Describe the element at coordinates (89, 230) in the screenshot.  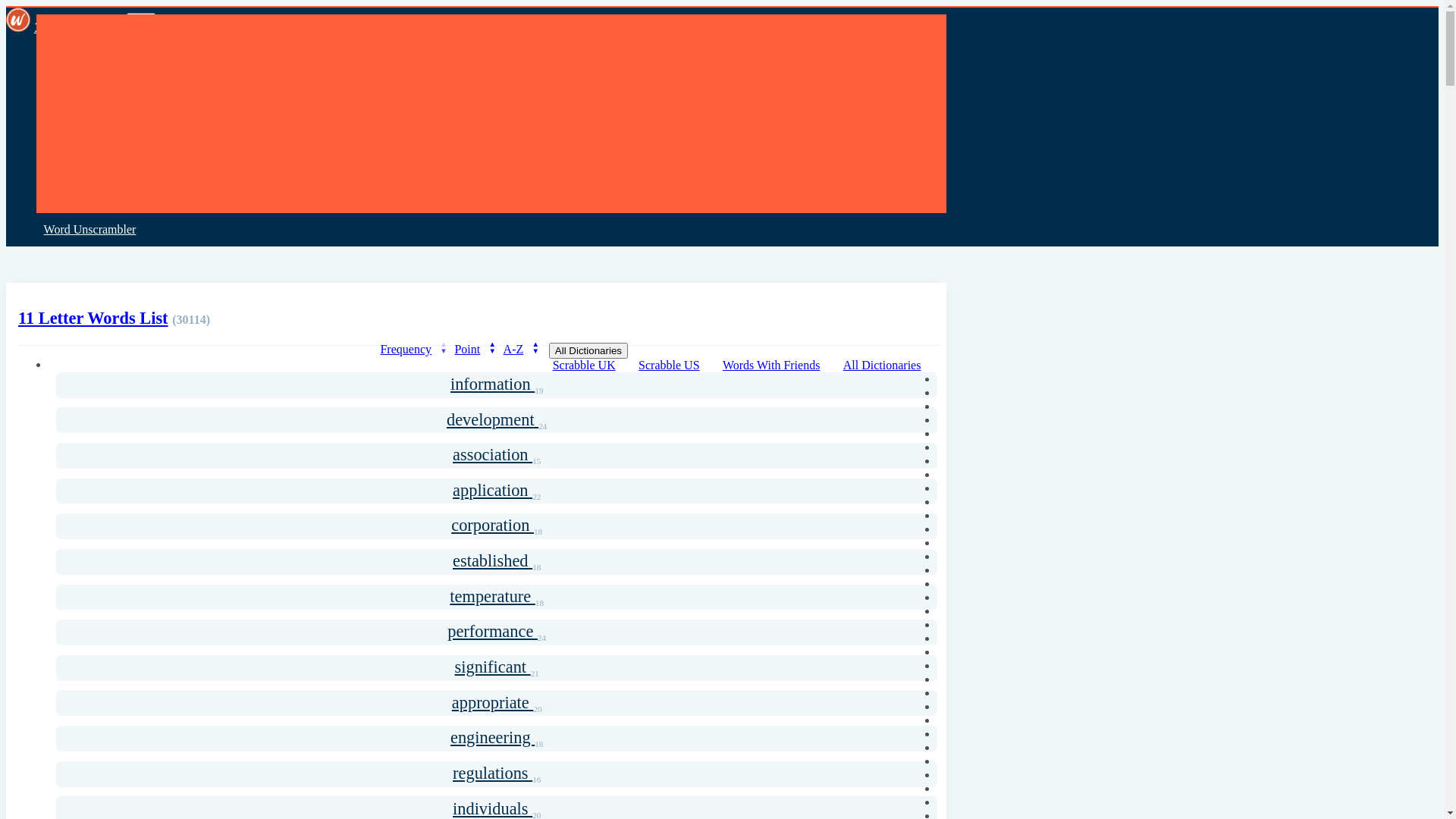
I see `'Word Unscrambler'` at that location.